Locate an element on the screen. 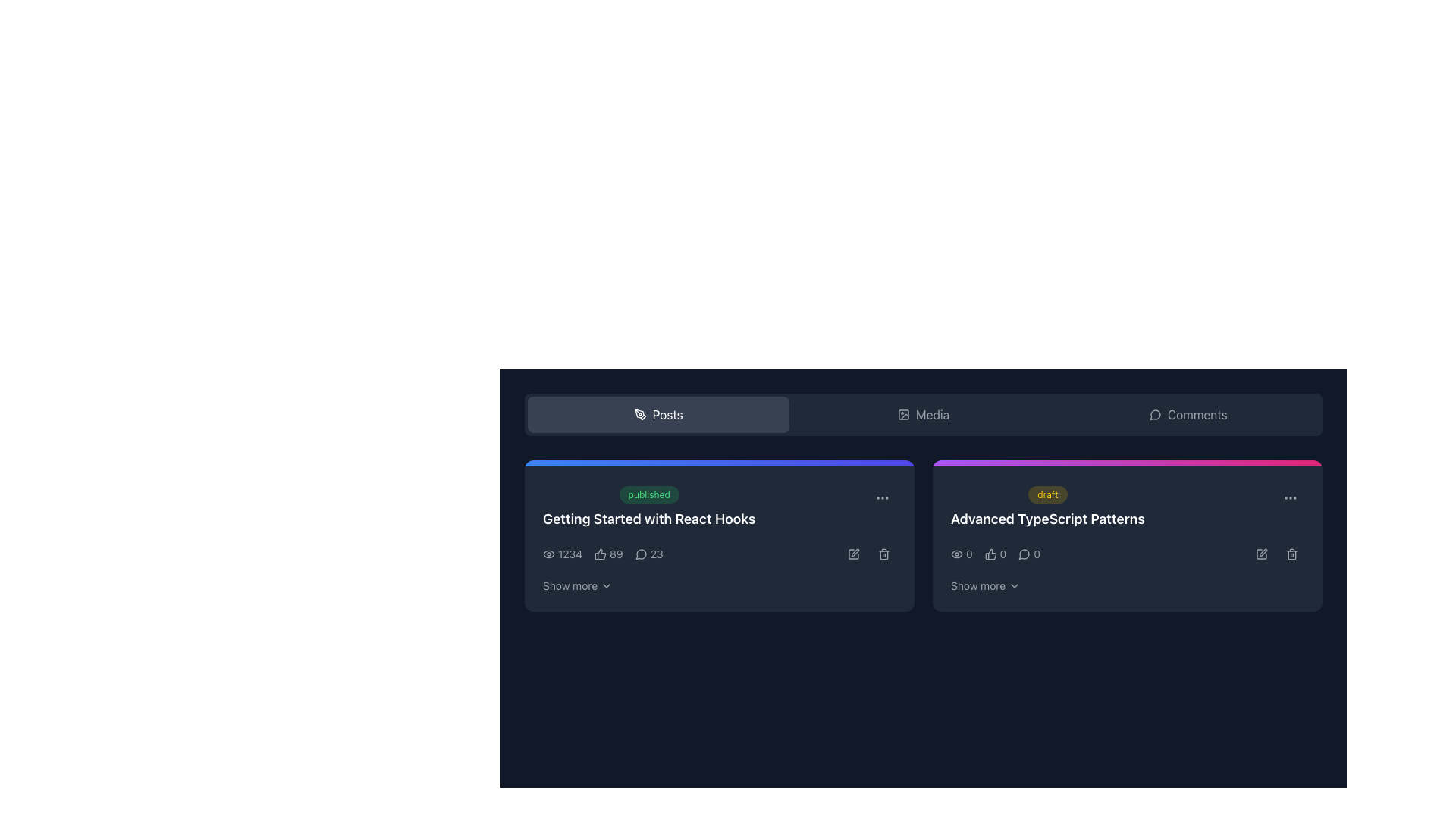  the button located at the top-right corner of the 'Advanced TypeScript Patterns' card is located at coordinates (1290, 497).